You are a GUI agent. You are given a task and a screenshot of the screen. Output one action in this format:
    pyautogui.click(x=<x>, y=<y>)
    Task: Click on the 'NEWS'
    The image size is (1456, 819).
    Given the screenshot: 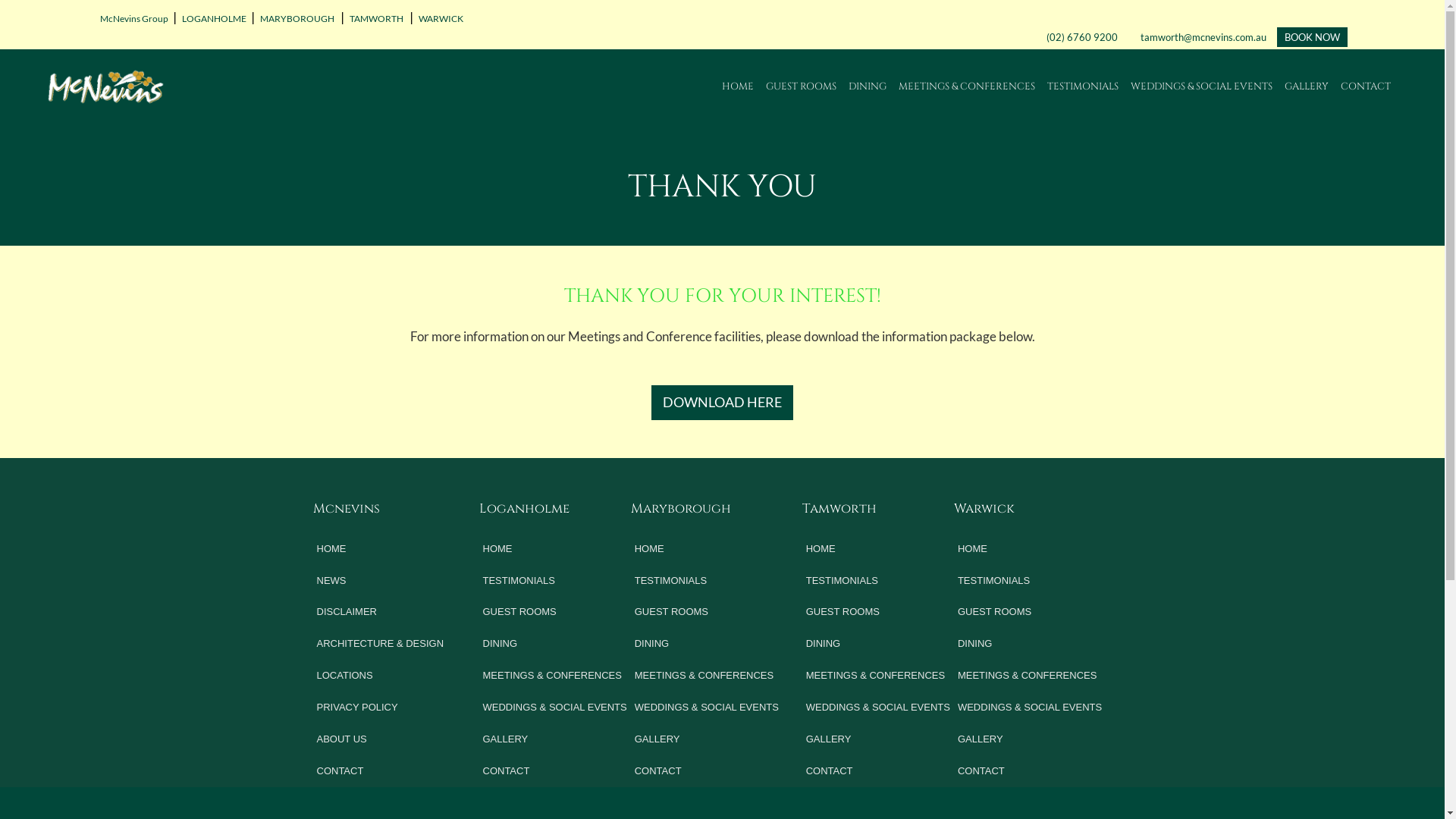 What is the action you would take?
    pyautogui.click(x=381, y=580)
    